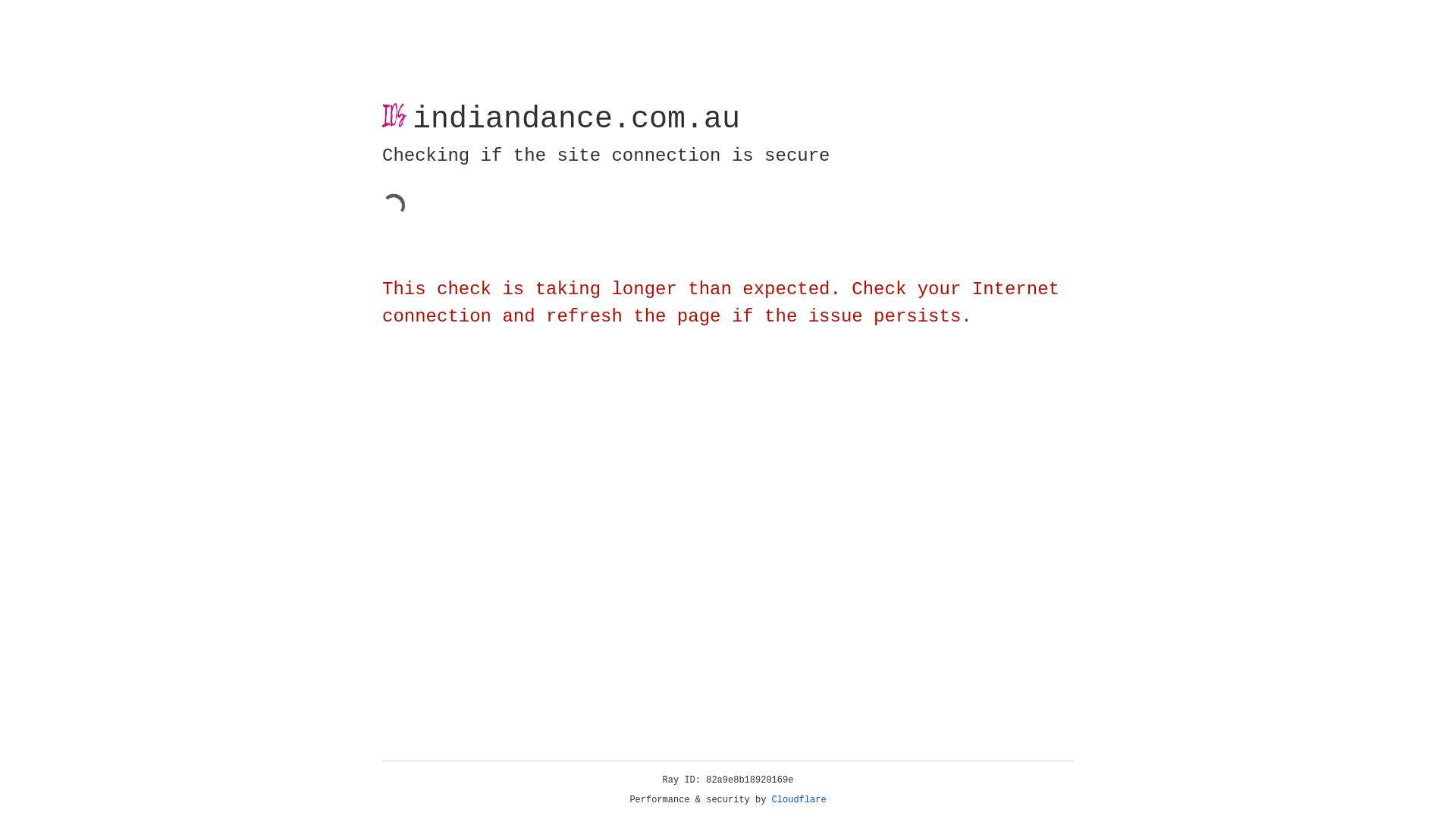  What do you see at coordinates (799, 799) in the screenshot?
I see `'Cloudflare'` at bounding box center [799, 799].